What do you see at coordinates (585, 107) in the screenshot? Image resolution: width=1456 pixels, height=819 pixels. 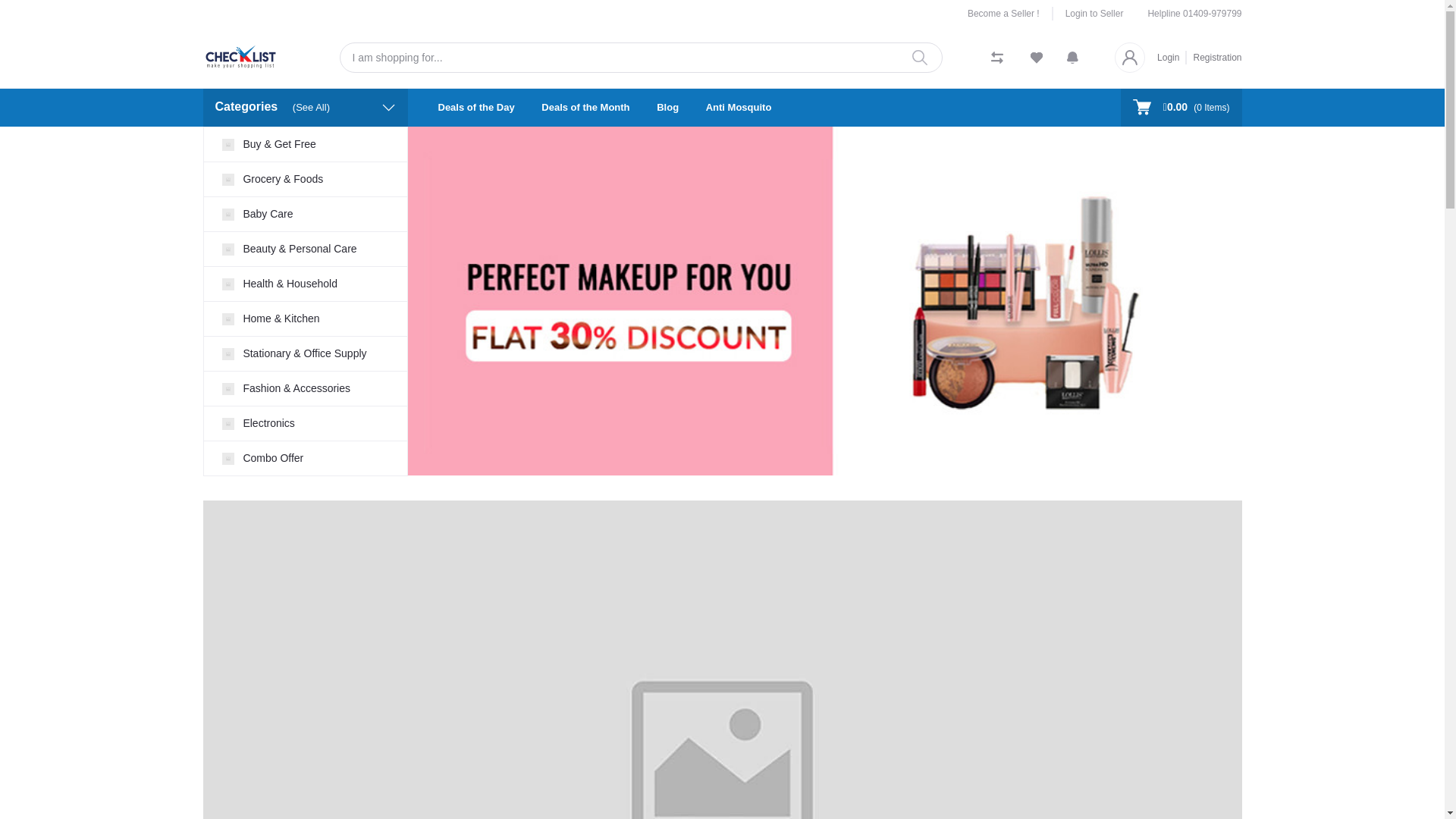 I see `'Deals of the Month'` at bounding box center [585, 107].